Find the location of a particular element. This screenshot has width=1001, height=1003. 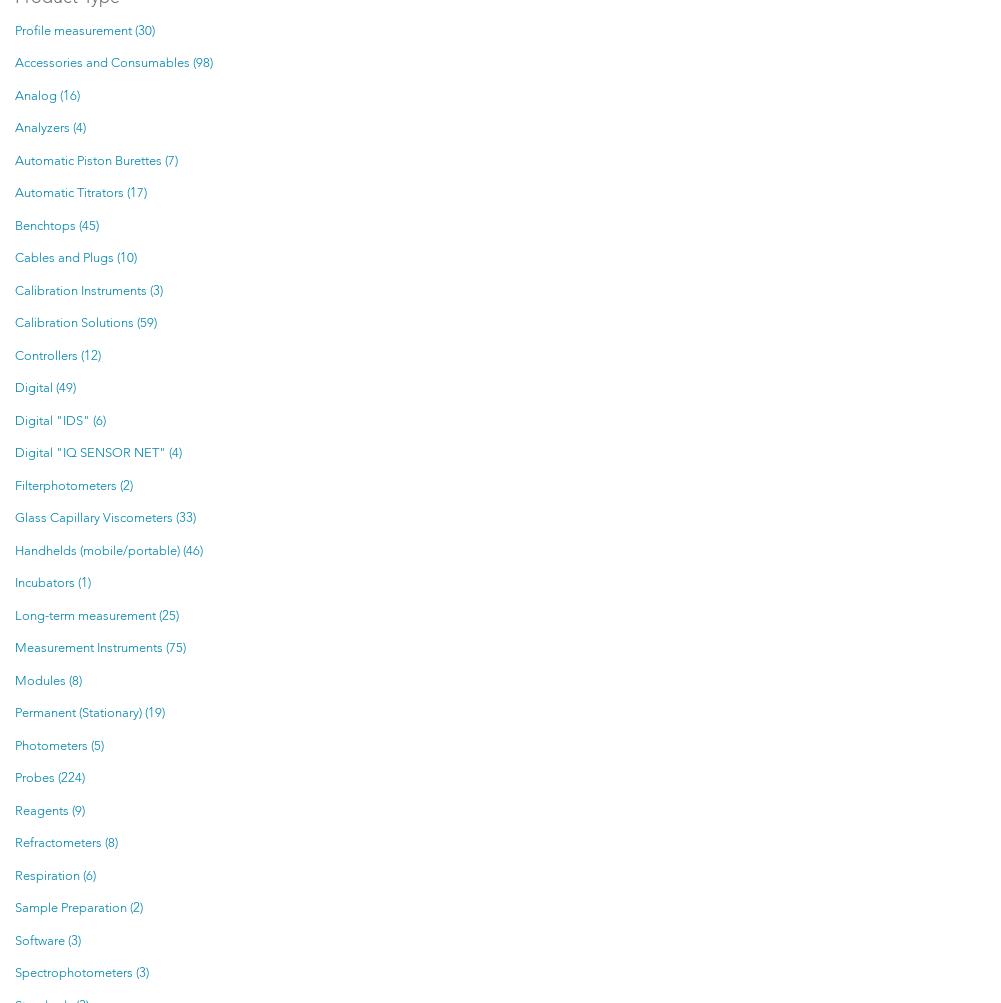

'Benchtops (45)' is located at coordinates (56, 225).